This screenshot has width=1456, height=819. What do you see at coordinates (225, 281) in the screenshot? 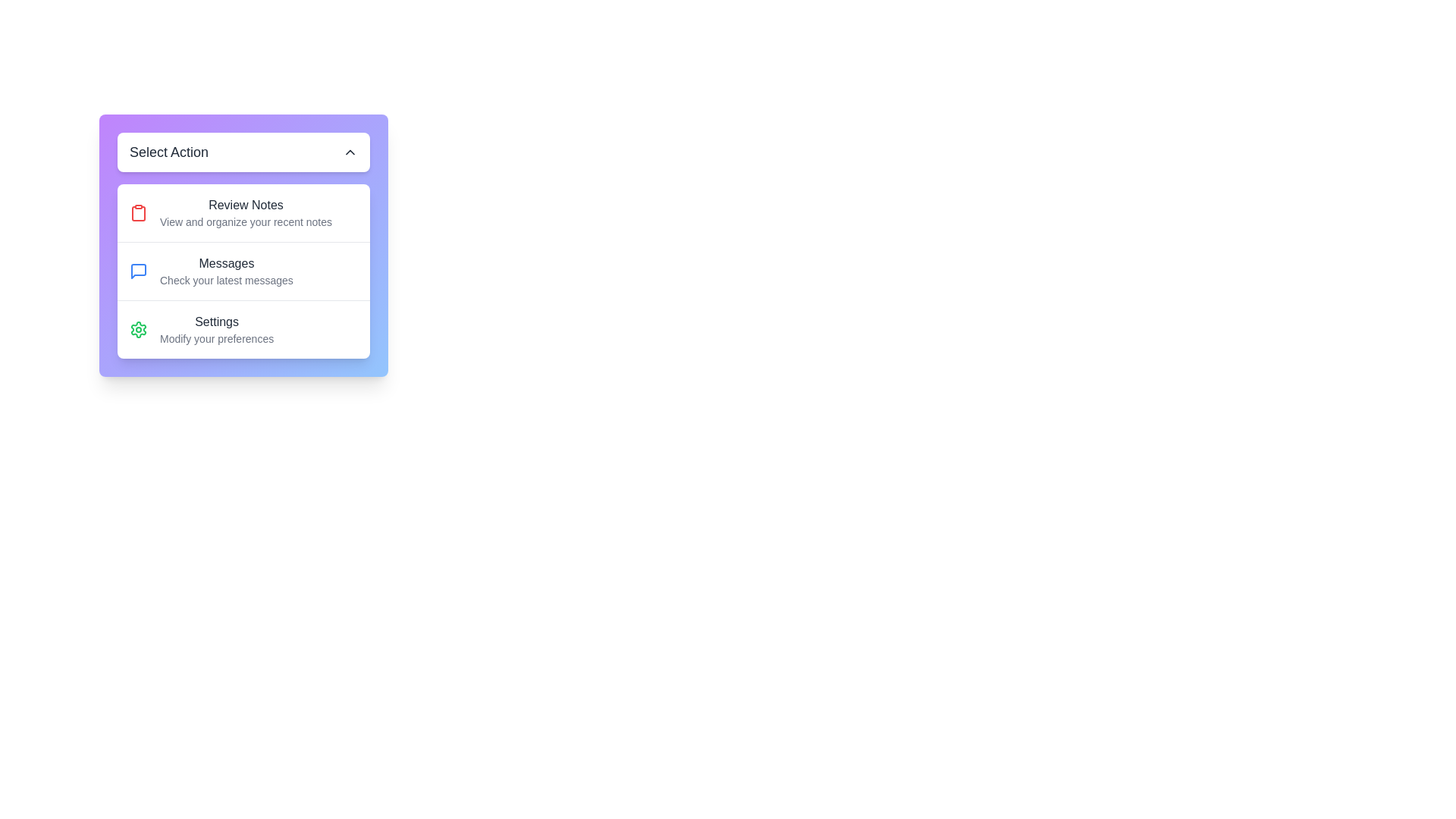
I see `the descriptive text label that provides contextual information about the 'Messages' menu item, located directly beneath the heading text 'Messages' within the 'Select Action' menu panel` at bounding box center [225, 281].